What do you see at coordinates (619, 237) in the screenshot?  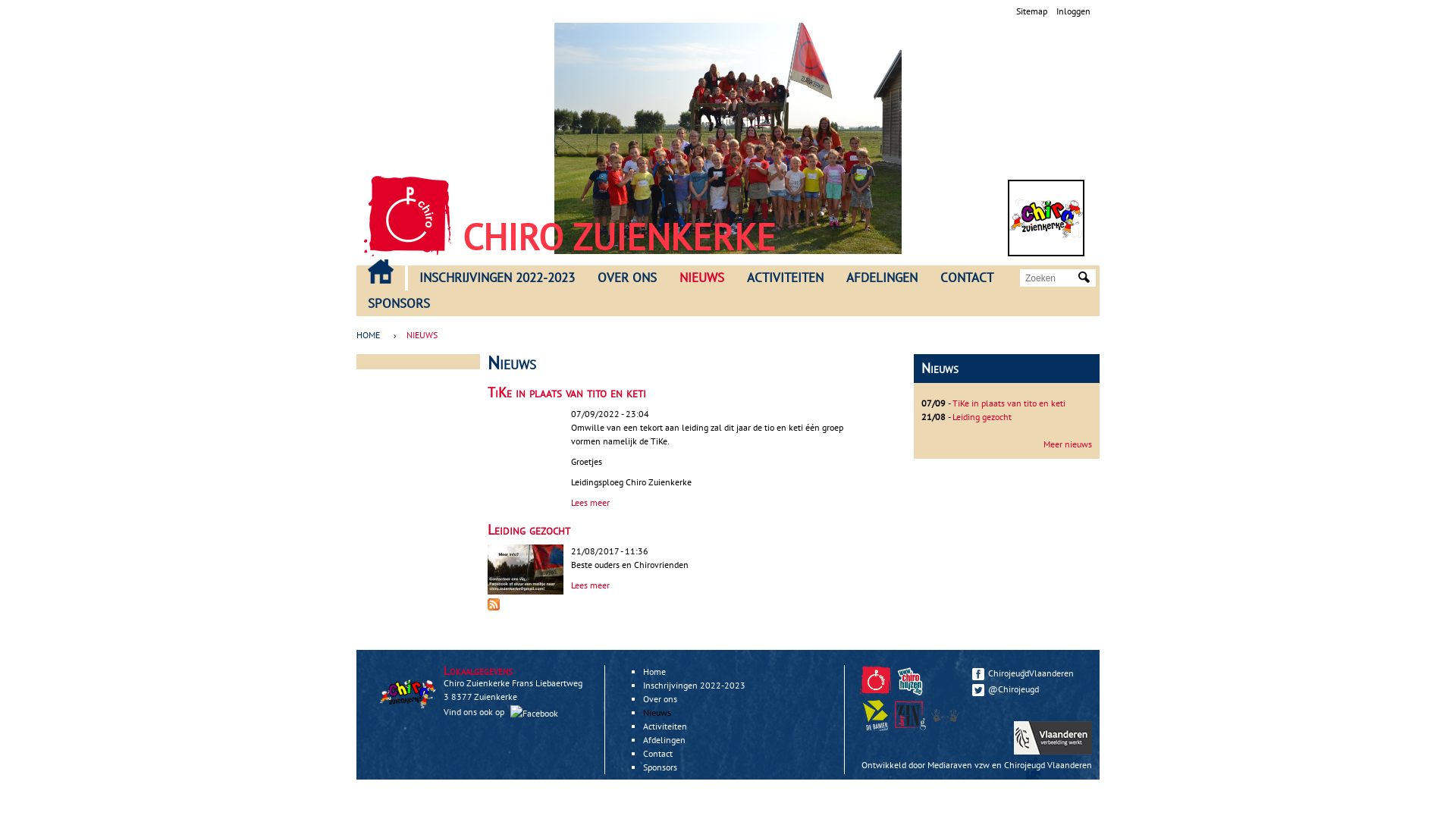 I see `'CHIRO ZUIENKERKE'` at bounding box center [619, 237].